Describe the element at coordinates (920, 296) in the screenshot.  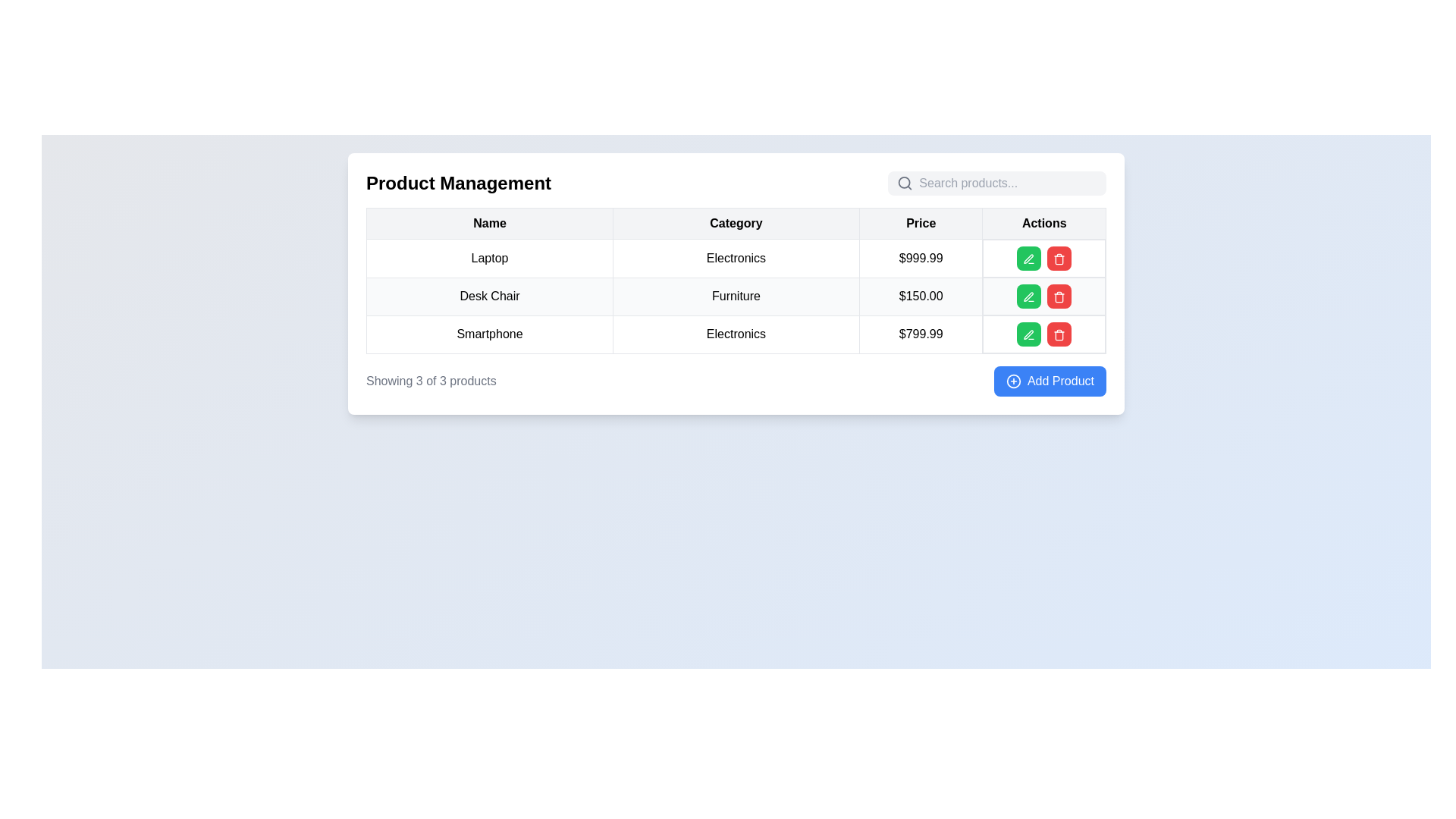
I see `the table cell displaying the price '$150.00' in the third column of the second row, under the 'Price' header` at that location.